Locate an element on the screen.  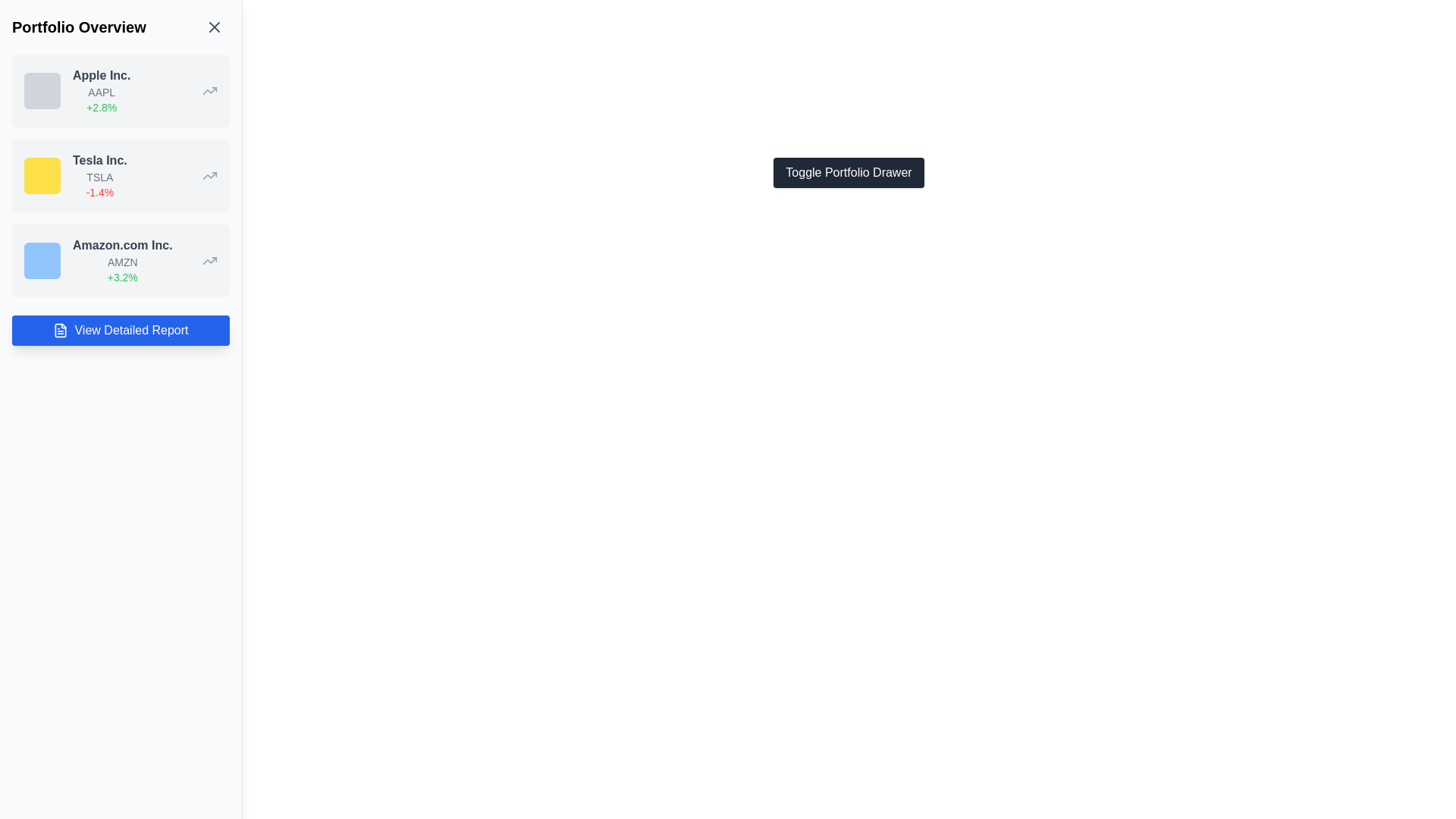
the stock ticker symbol label displaying 'AMZN' for 'Amazon.com Inc.' located beneath the company name and above the percentage change in the stock overview list is located at coordinates (122, 262).